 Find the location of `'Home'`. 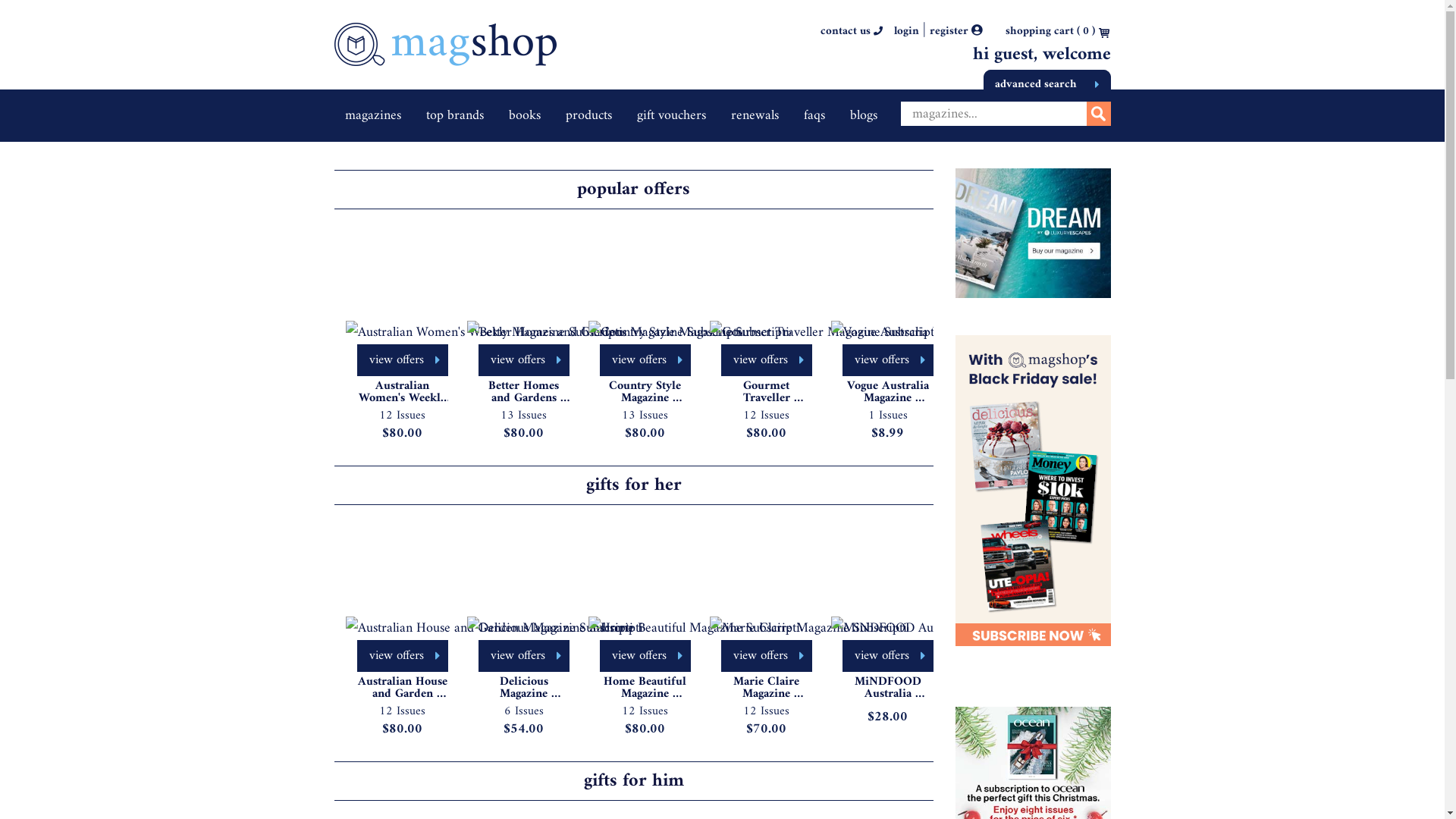

'Home' is located at coordinates (444, 54).